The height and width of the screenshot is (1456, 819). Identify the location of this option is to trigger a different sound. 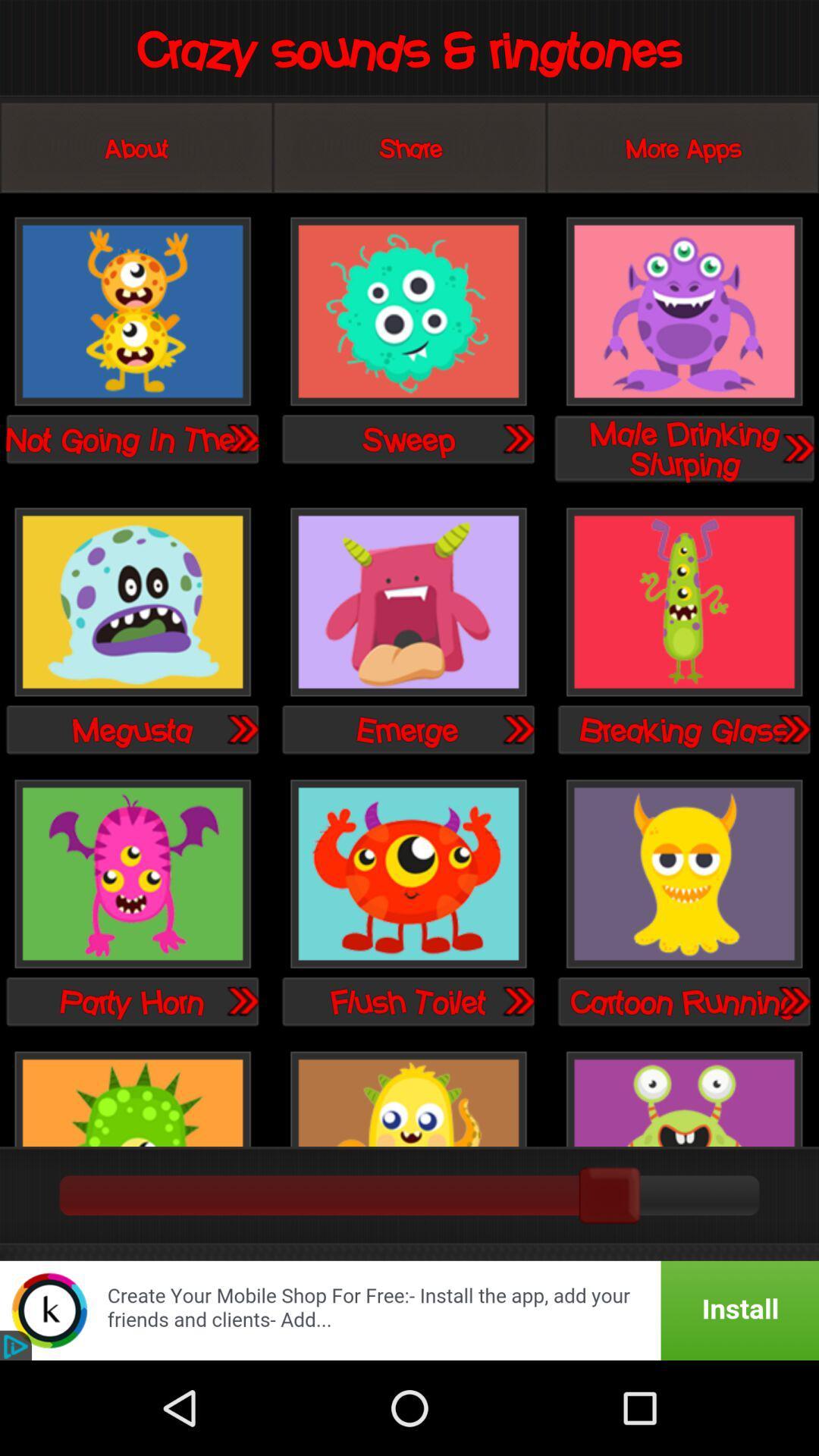
(684, 312).